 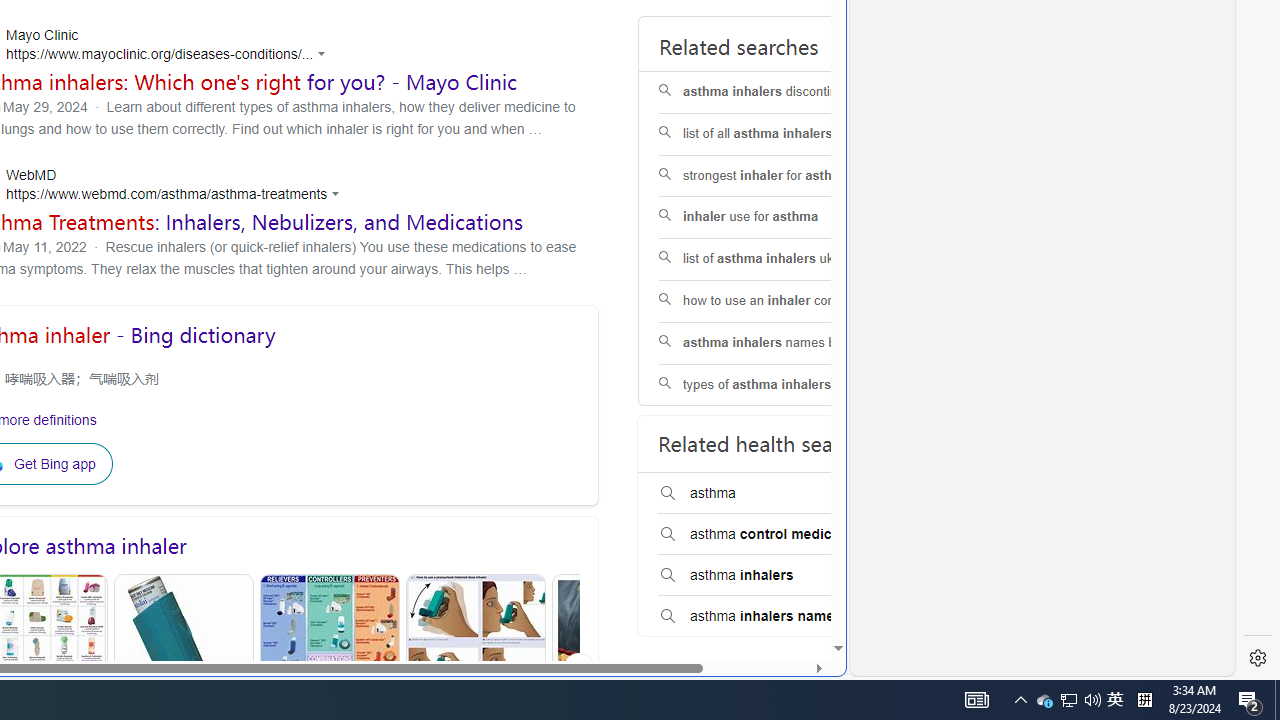 What do you see at coordinates (784, 576) in the screenshot?
I see `'asthma inhalers'` at bounding box center [784, 576].